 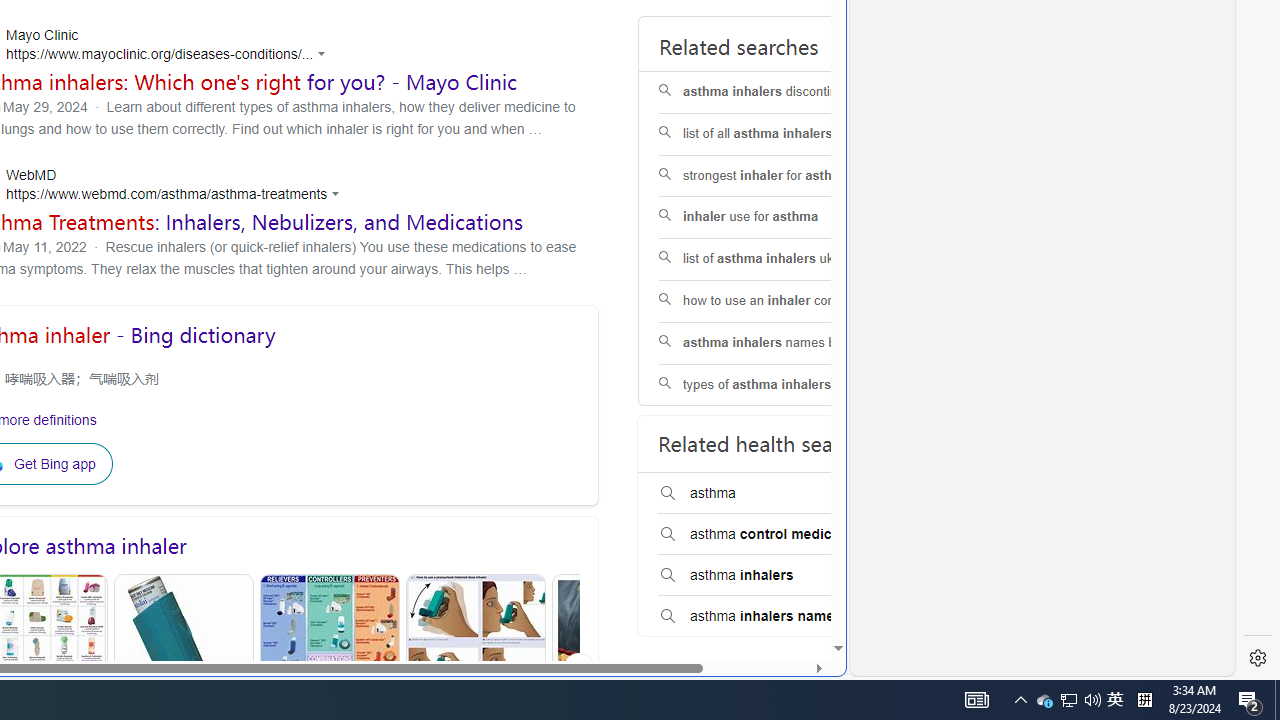 What do you see at coordinates (784, 576) in the screenshot?
I see `'asthma inhalers'` at bounding box center [784, 576].